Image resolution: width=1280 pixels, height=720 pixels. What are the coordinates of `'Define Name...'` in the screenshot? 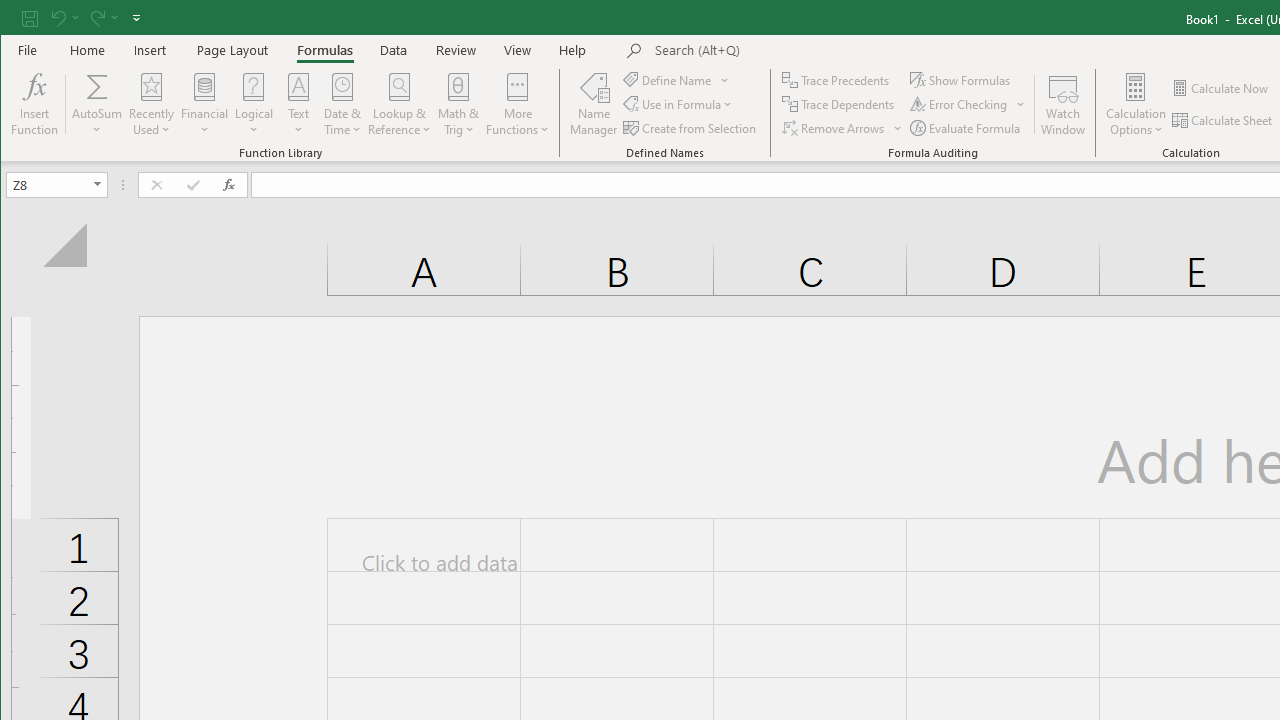 It's located at (668, 79).